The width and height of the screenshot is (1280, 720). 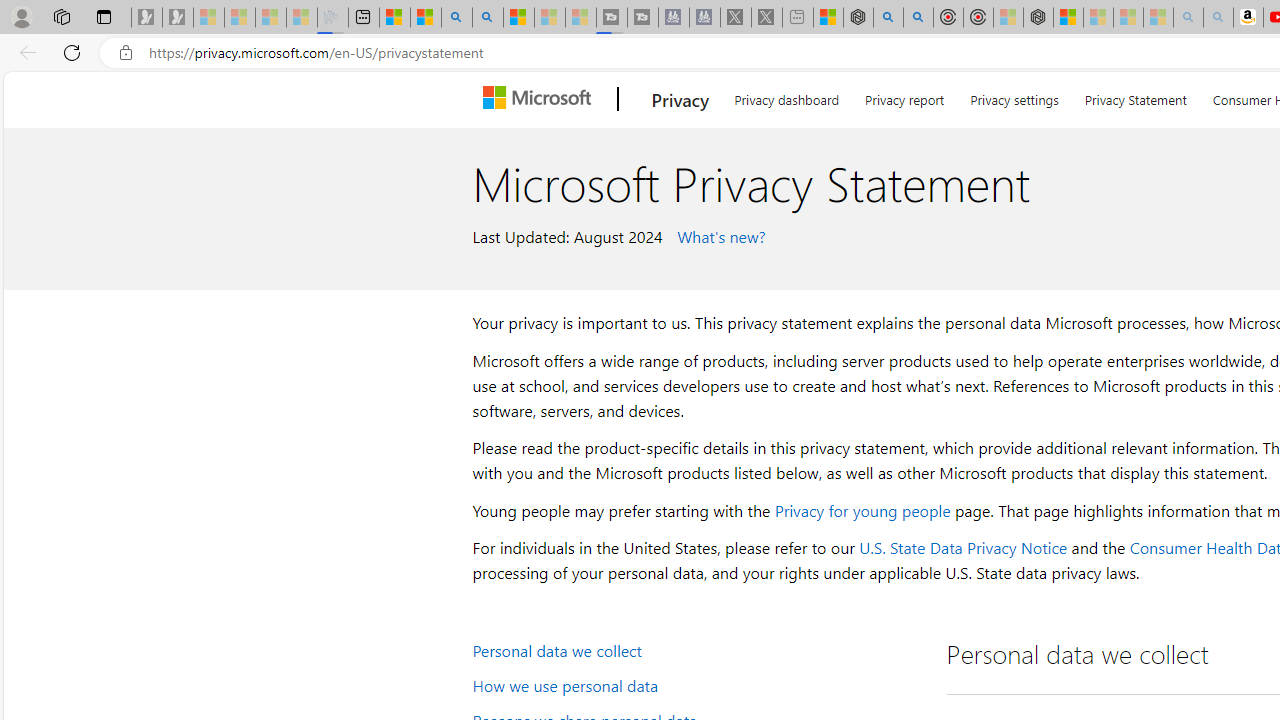 What do you see at coordinates (177, 17) in the screenshot?
I see `'Newsletter Sign Up - Sleeping'` at bounding box center [177, 17].